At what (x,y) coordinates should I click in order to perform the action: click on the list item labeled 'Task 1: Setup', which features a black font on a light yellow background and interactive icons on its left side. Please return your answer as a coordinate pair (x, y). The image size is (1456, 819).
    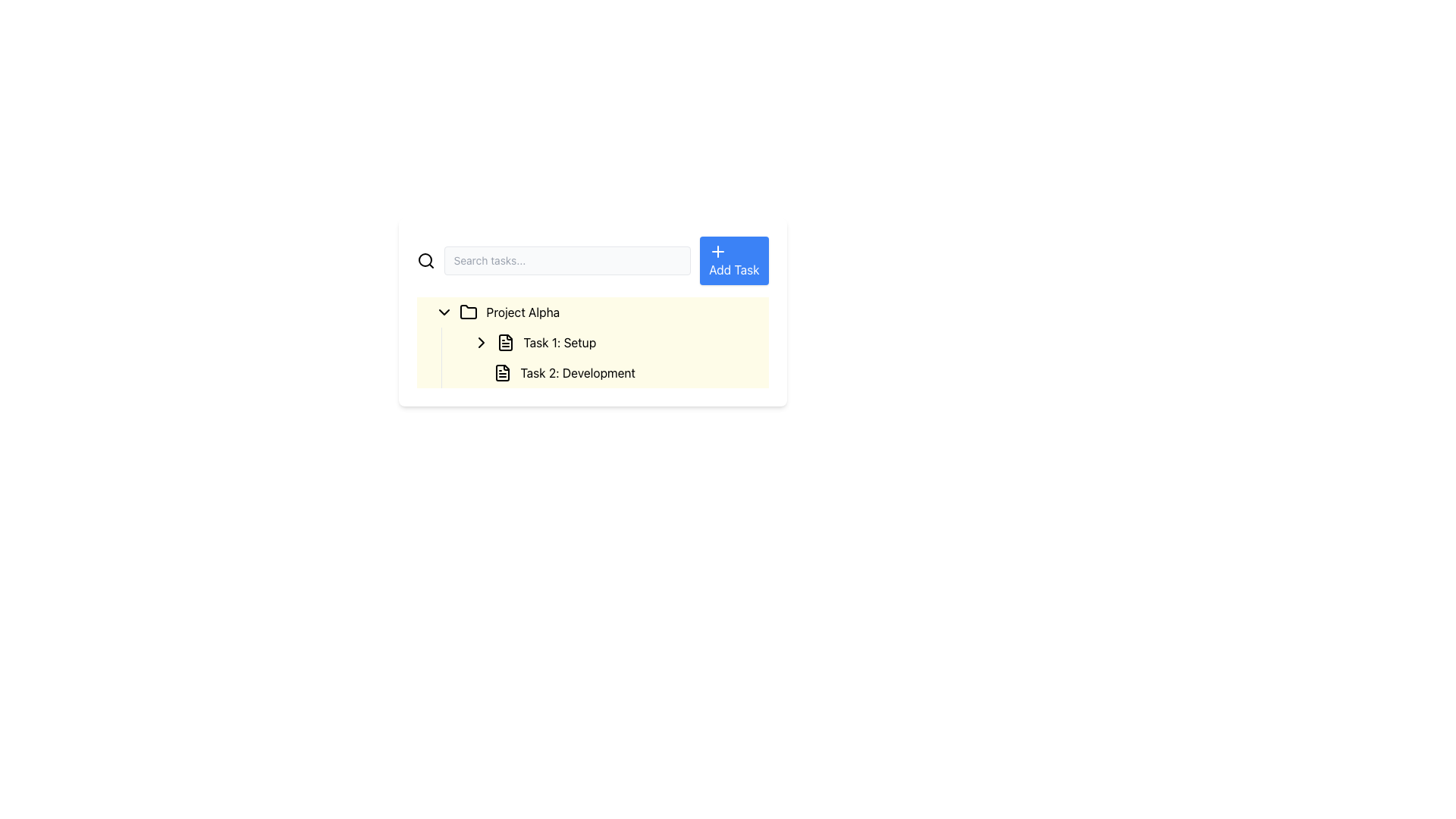
    Looking at the image, I should click on (611, 342).